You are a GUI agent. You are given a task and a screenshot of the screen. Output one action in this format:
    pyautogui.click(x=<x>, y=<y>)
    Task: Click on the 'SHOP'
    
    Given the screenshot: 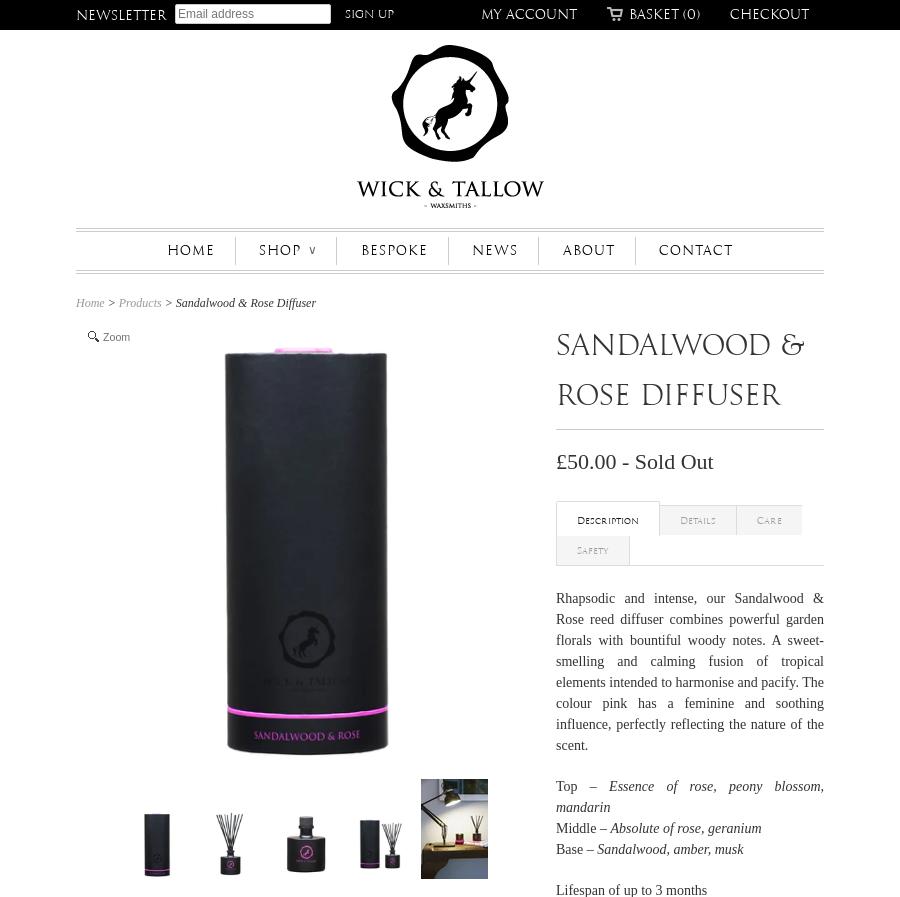 What is the action you would take?
    pyautogui.click(x=258, y=249)
    